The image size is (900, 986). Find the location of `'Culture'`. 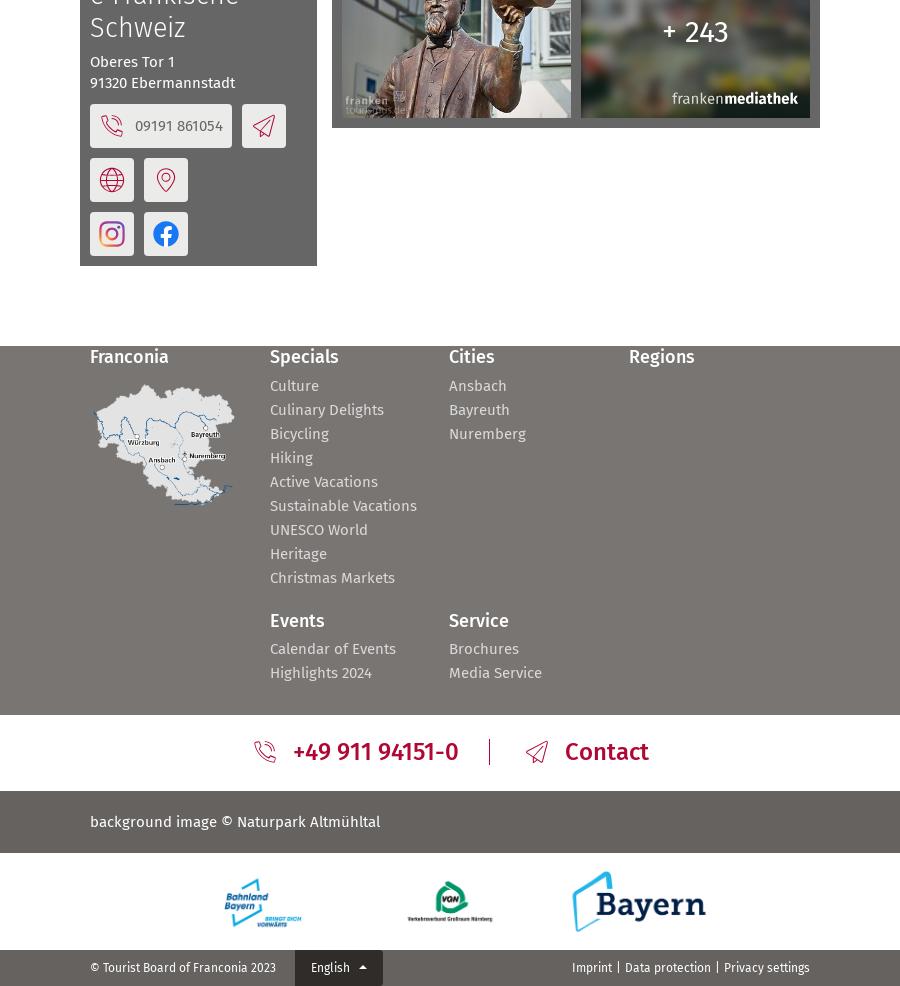

'Culture' is located at coordinates (293, 384).